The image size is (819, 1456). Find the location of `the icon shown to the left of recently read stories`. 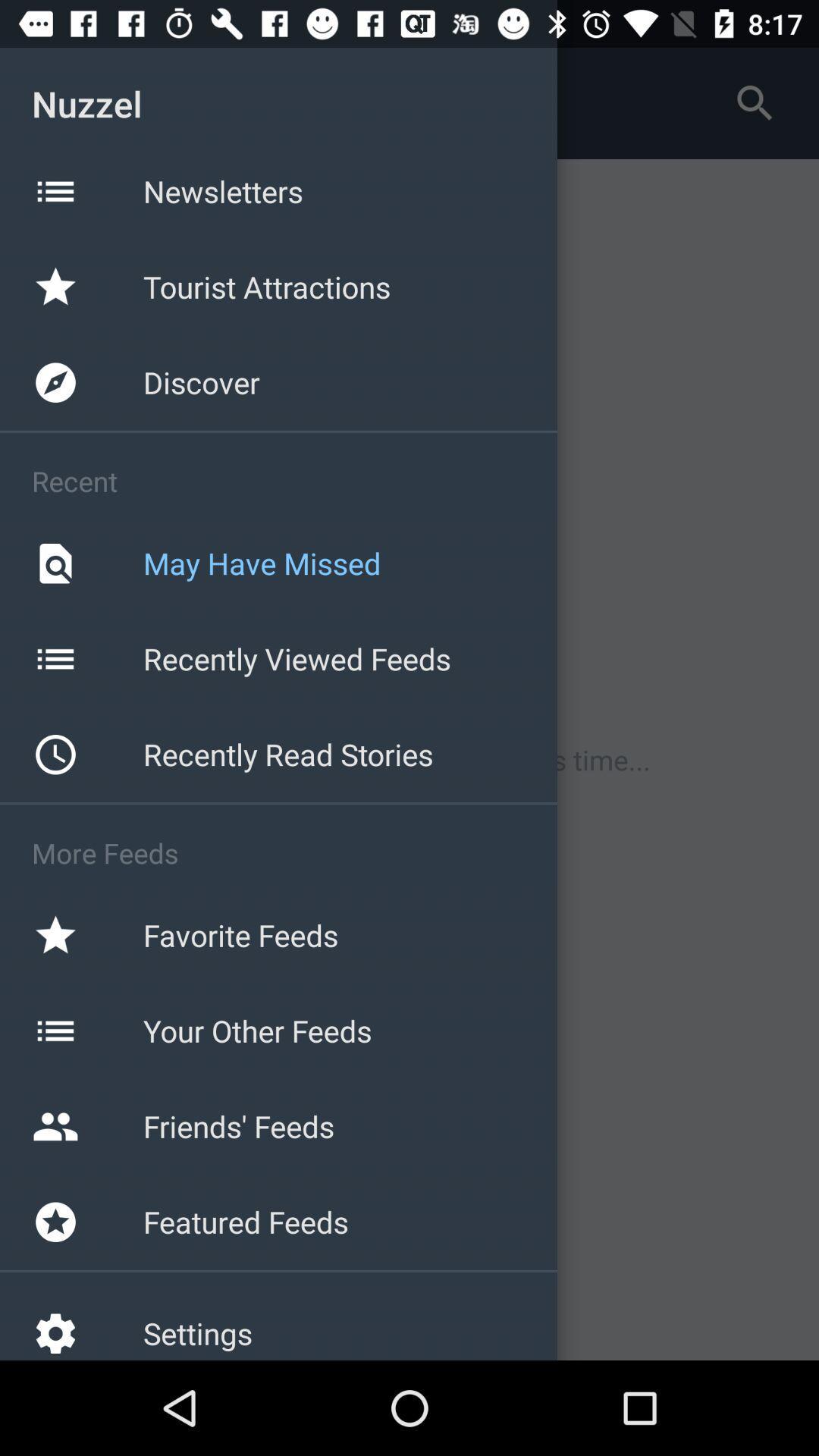

the icon shown to the left of recently read stories is located at coordinates (55, 755).